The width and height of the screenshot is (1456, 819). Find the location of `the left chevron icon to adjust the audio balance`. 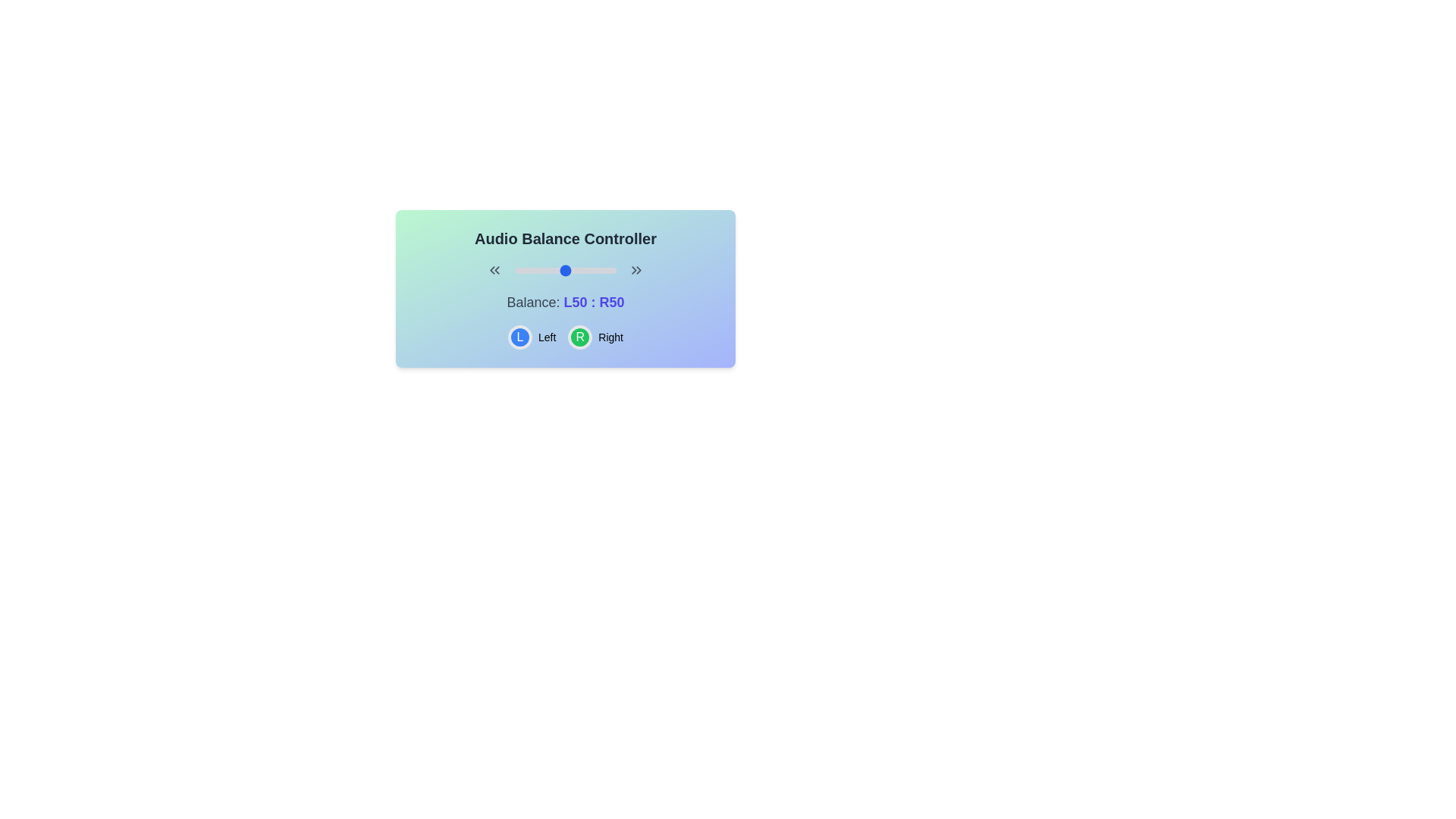

the left chevron icon to adjust the audio balance is located at coordinates (494, 270).